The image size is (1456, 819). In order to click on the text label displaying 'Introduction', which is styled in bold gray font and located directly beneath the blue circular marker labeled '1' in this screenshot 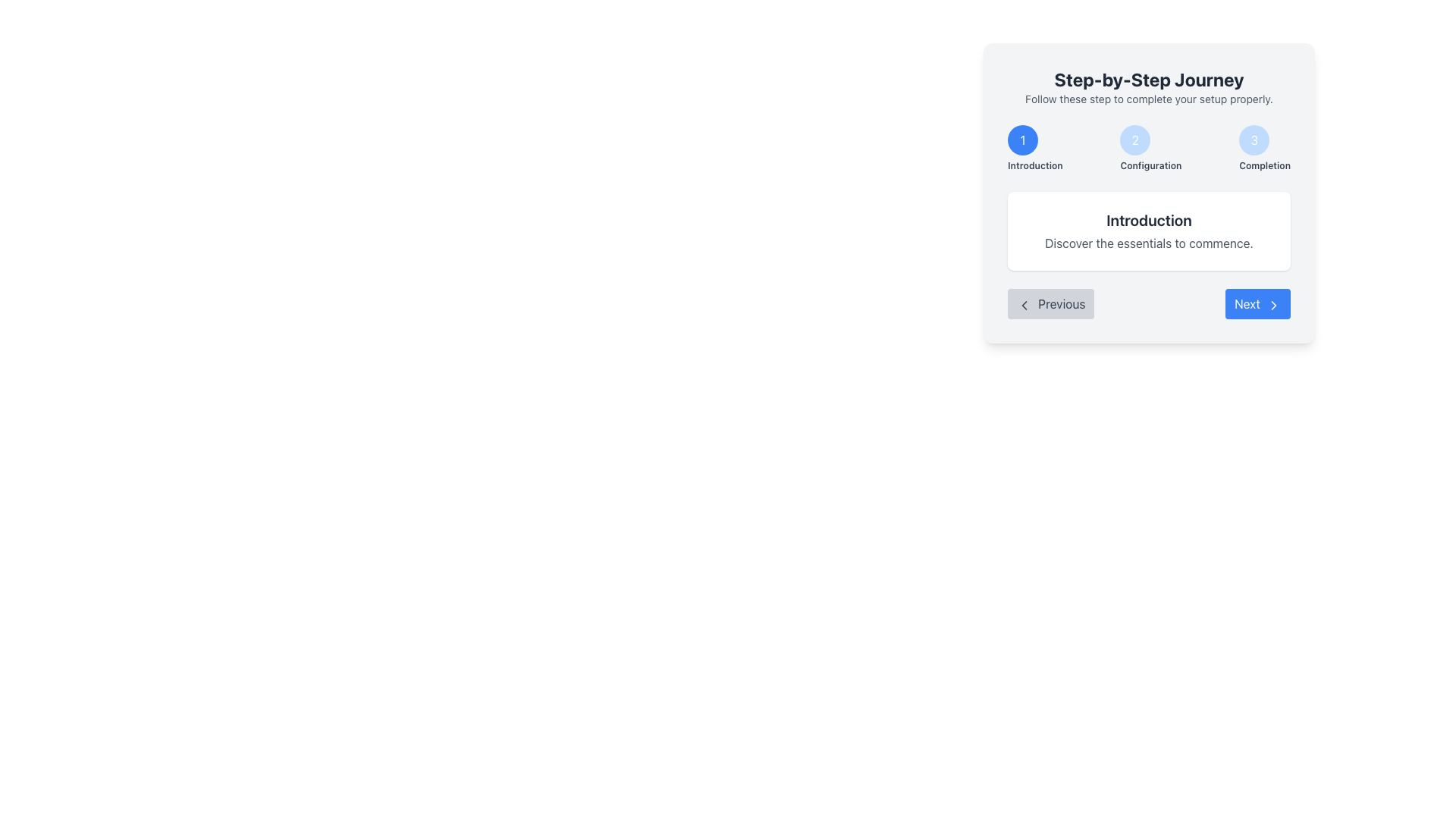, I will do `click(1034, 165)`.